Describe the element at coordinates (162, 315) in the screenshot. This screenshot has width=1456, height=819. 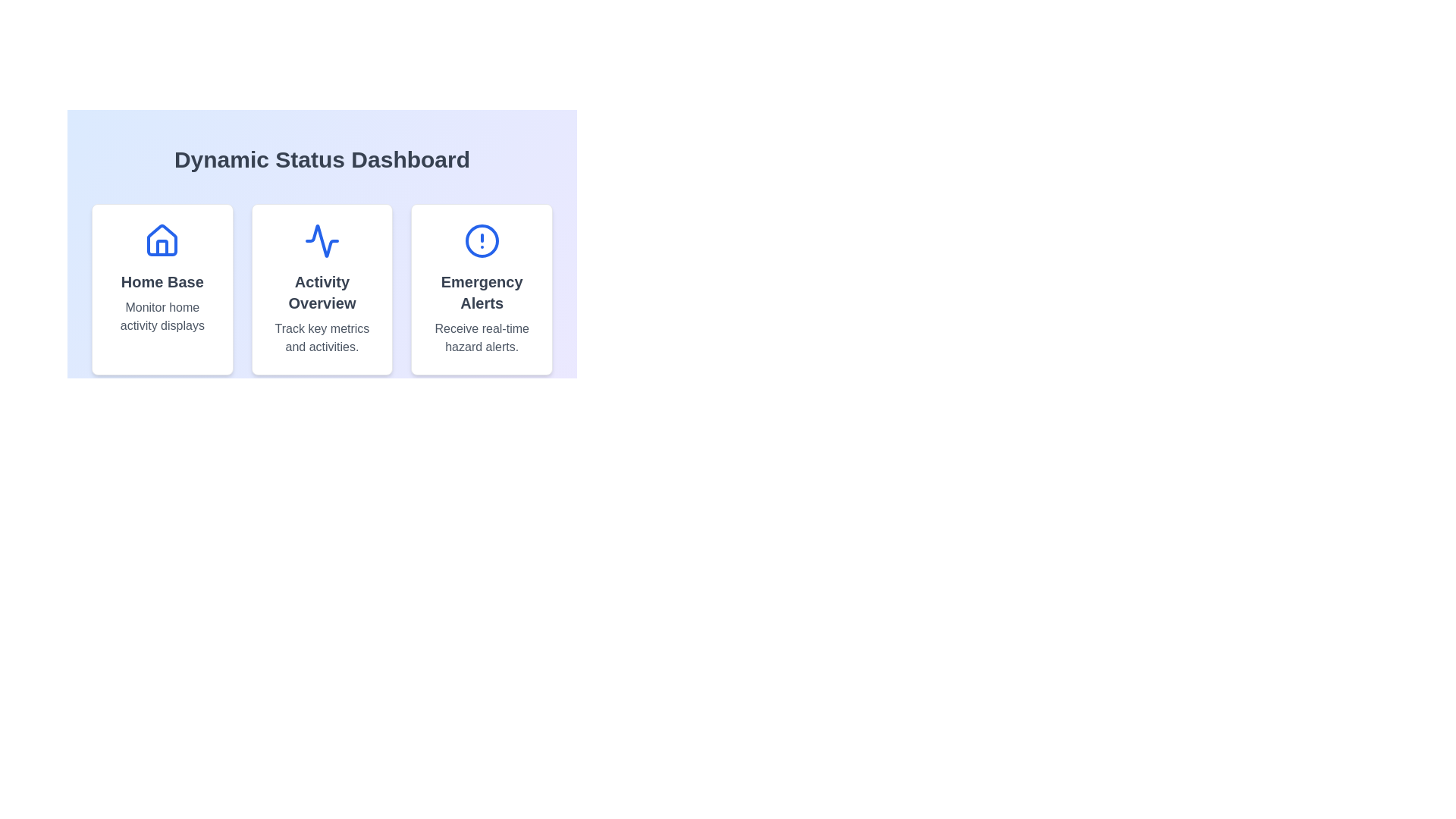
I see `descriptive text label associated with the 'Home Base' card located in the 'Dynamic Status Dashboard', positioned below the title 'Home Base'` at that location.